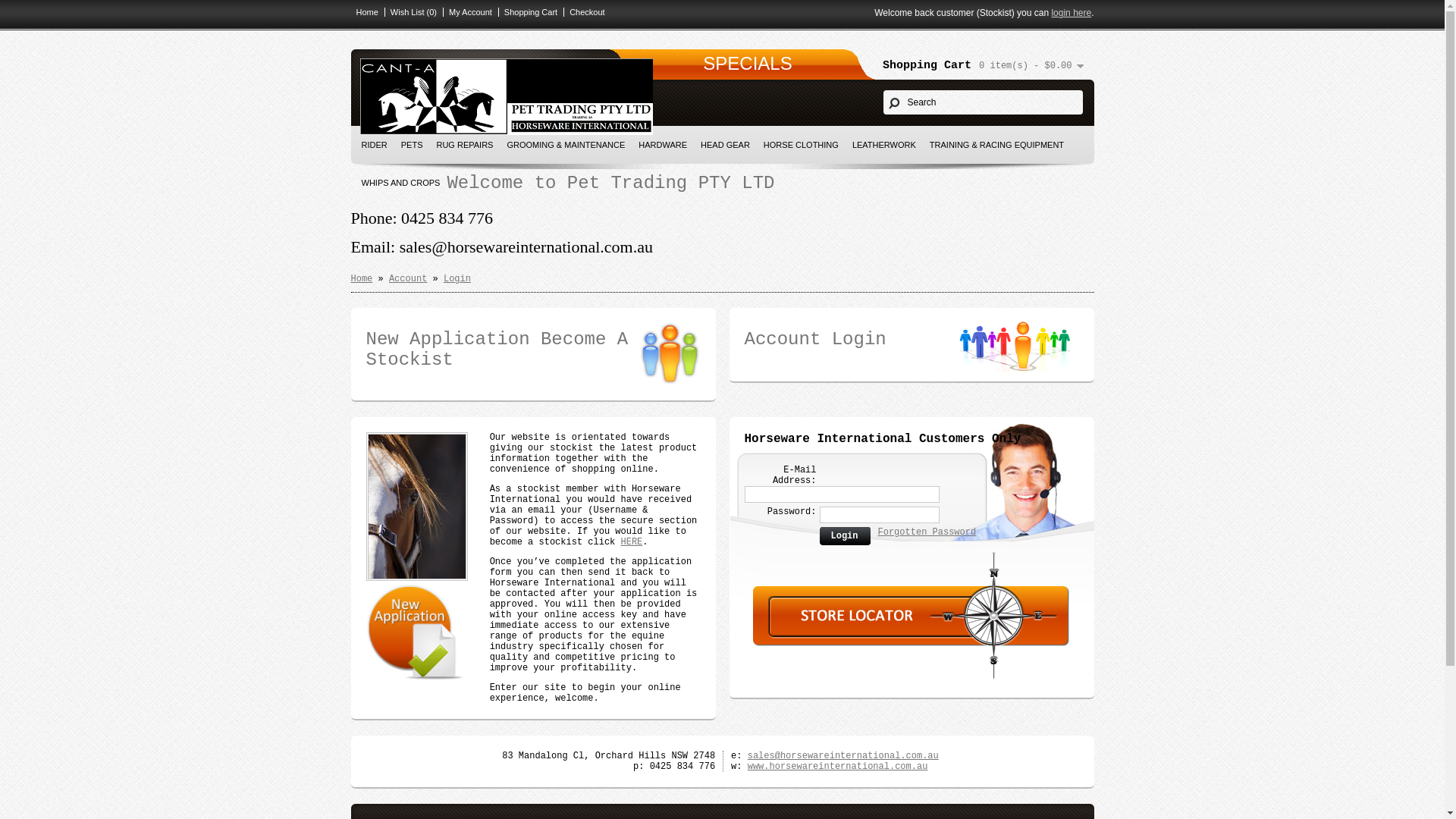 This screenshot has width=1456, height=819. I want to click on 'www.horsewareinternational.com.au', so click(836, 766).